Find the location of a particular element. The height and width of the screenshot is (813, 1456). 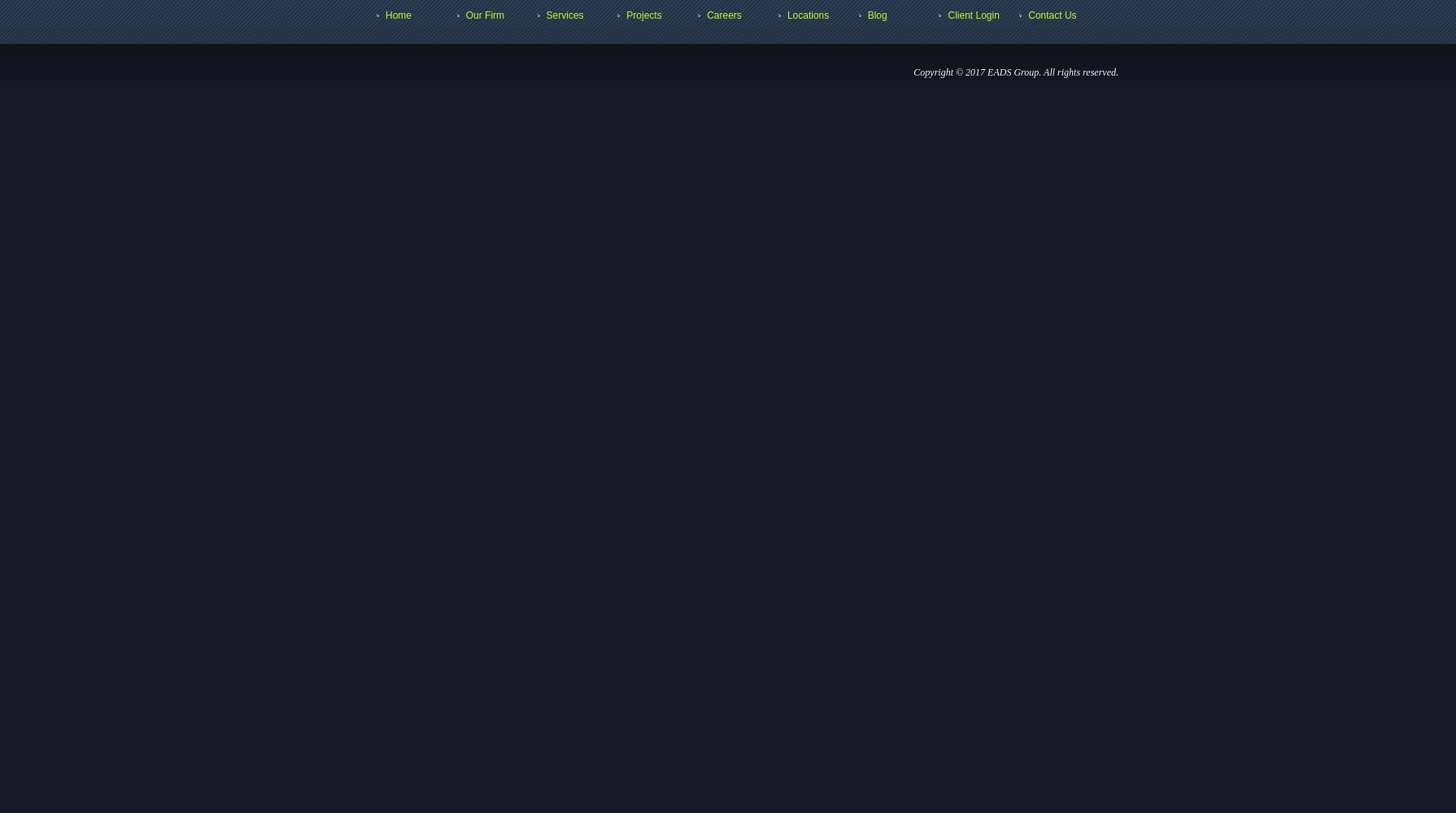

'Contact Us' is located at coordinates (1052, 15).